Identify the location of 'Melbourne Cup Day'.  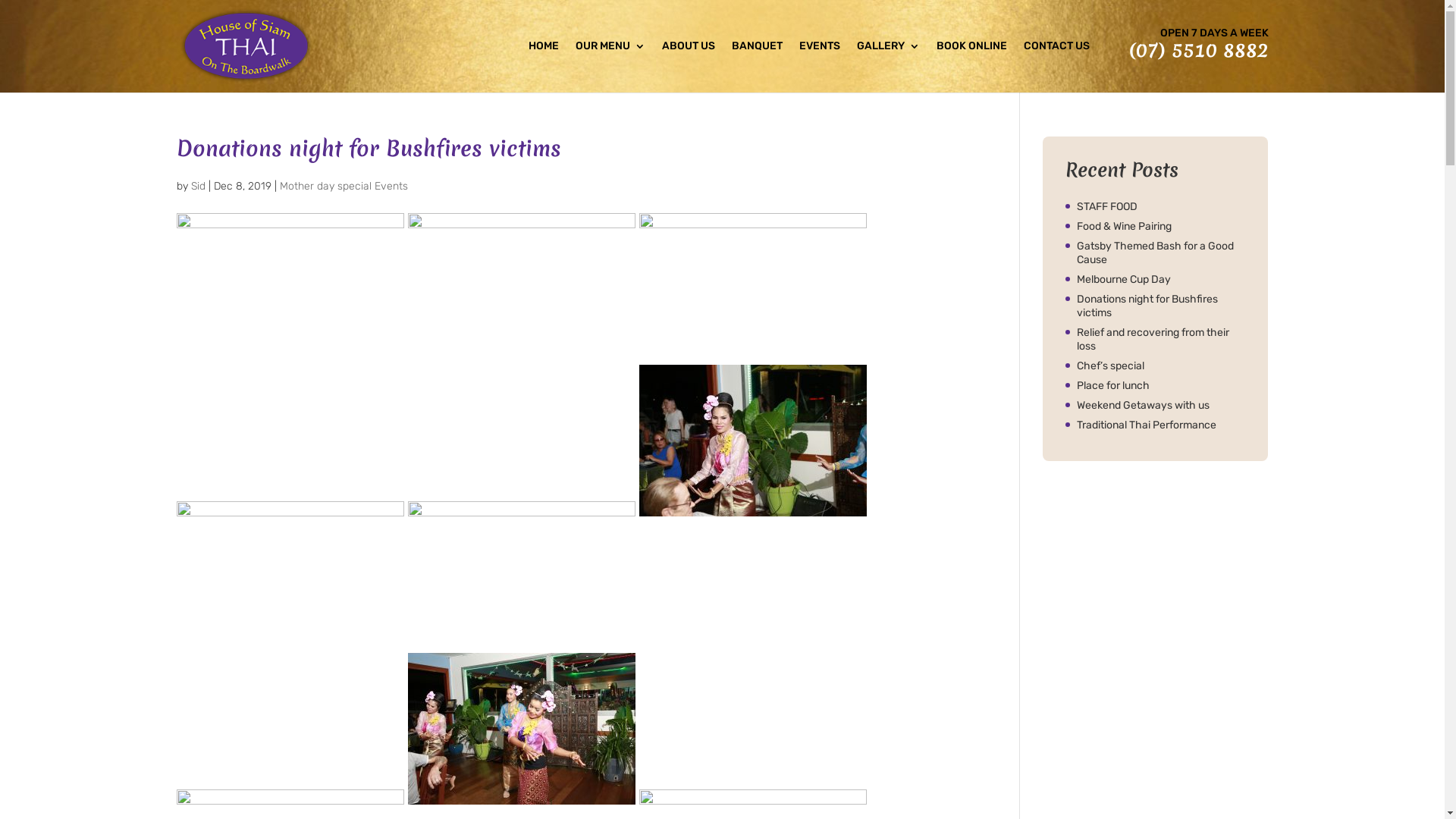
(1160, 280).